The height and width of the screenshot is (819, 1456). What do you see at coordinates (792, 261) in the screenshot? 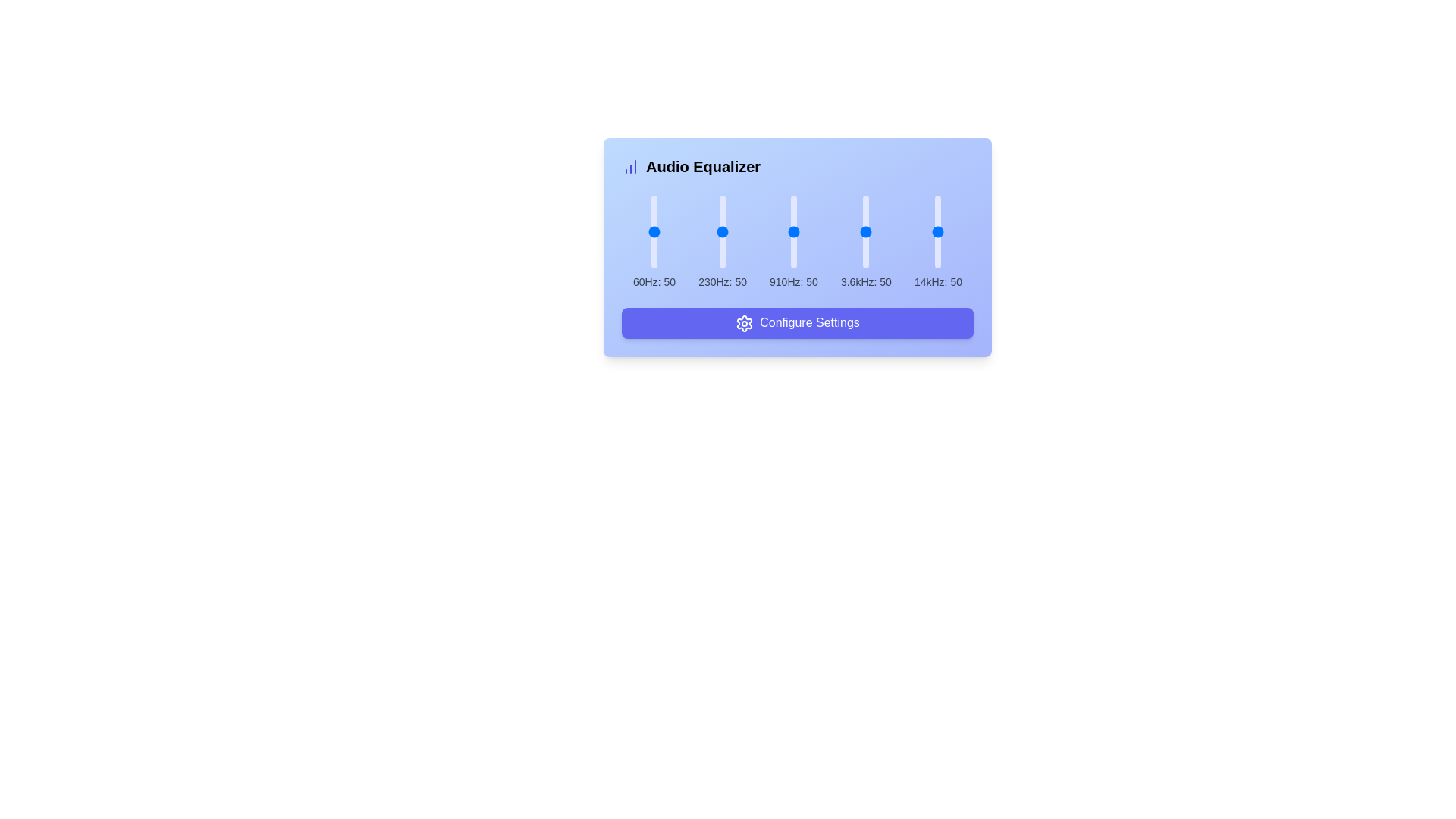
I see `the 910Hz slider` at bounding box center [792, 261].